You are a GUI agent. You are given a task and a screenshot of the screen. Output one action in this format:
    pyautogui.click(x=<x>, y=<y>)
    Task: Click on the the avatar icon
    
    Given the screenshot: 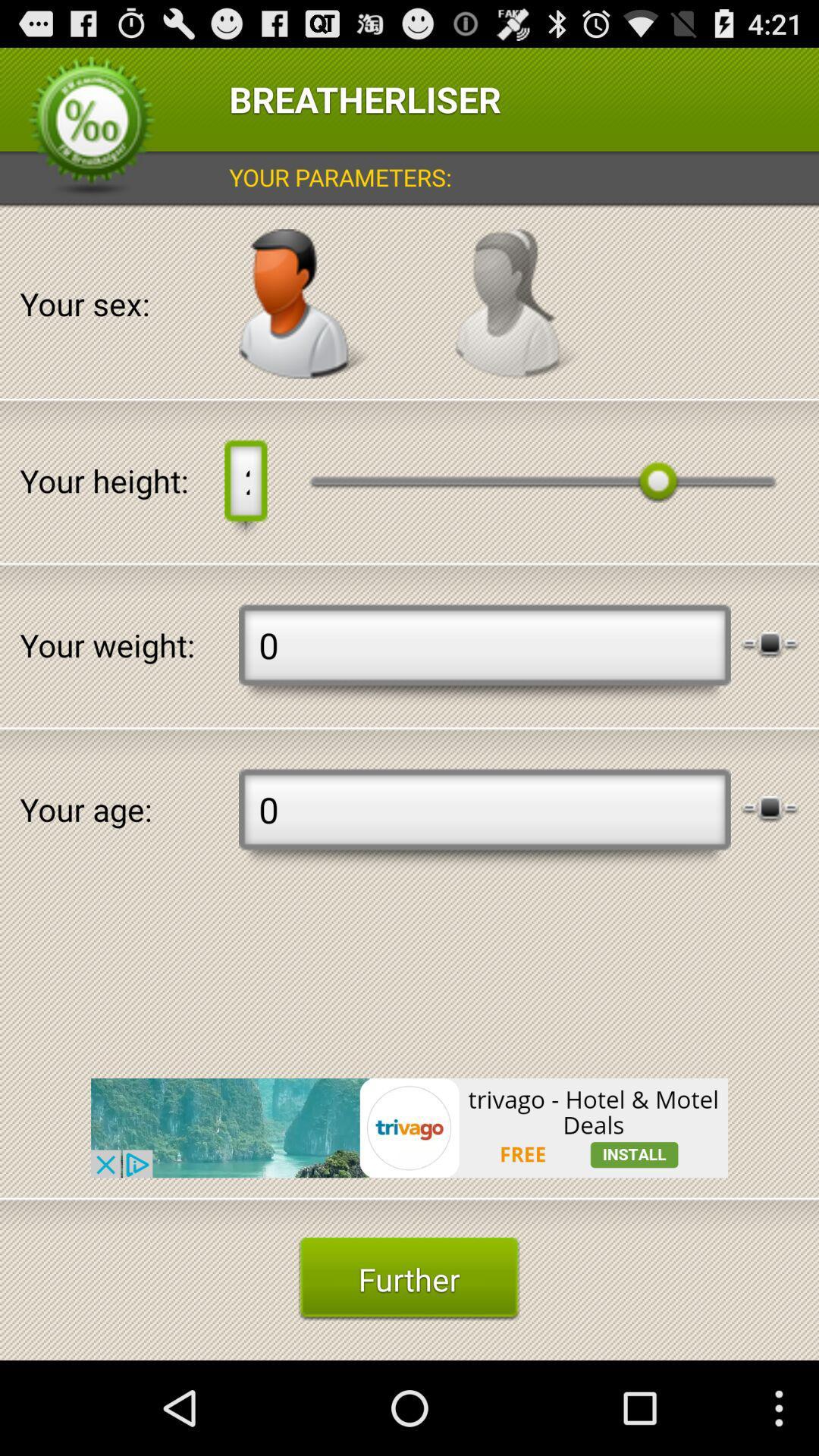 What is the action you would take?
    pyautogui.click(x=304, y=325)
    